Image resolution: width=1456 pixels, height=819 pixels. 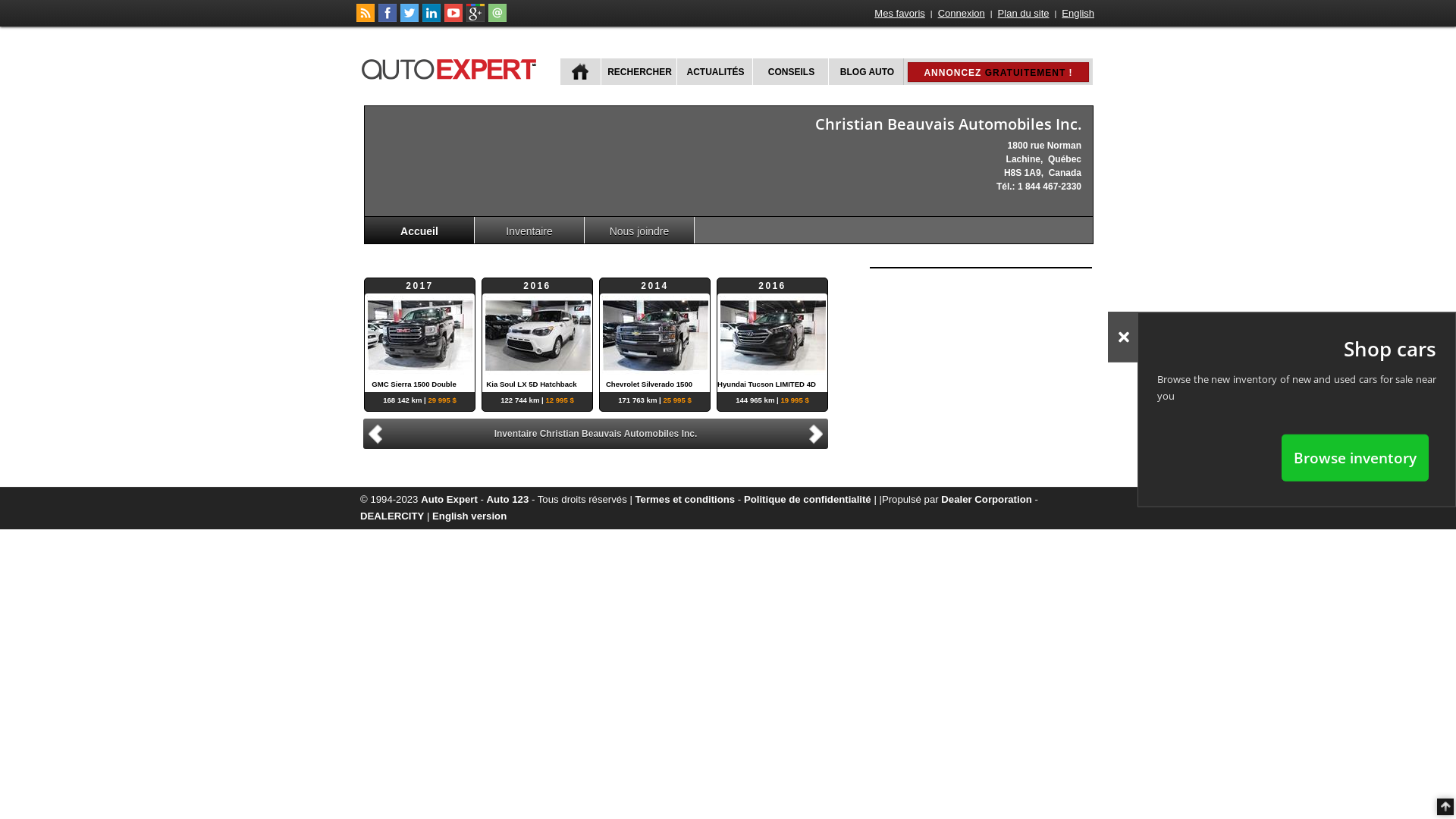 What do you see at coordinates (639, 230) in the screenshot?
I see `'Nous joindre'` at bounding box center [639, 230].